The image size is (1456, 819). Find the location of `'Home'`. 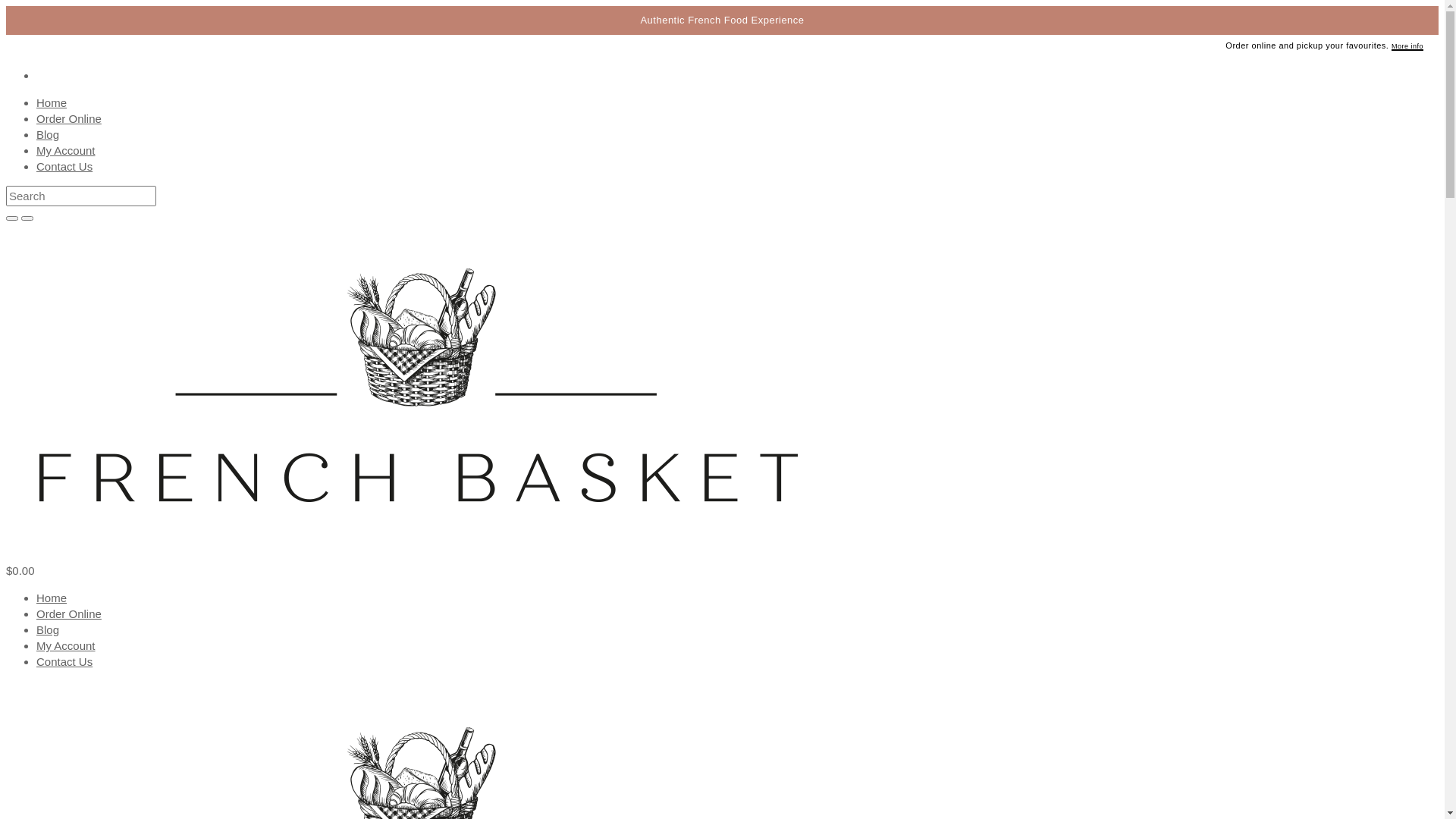

'Home' is located at coordinates (51, 597).